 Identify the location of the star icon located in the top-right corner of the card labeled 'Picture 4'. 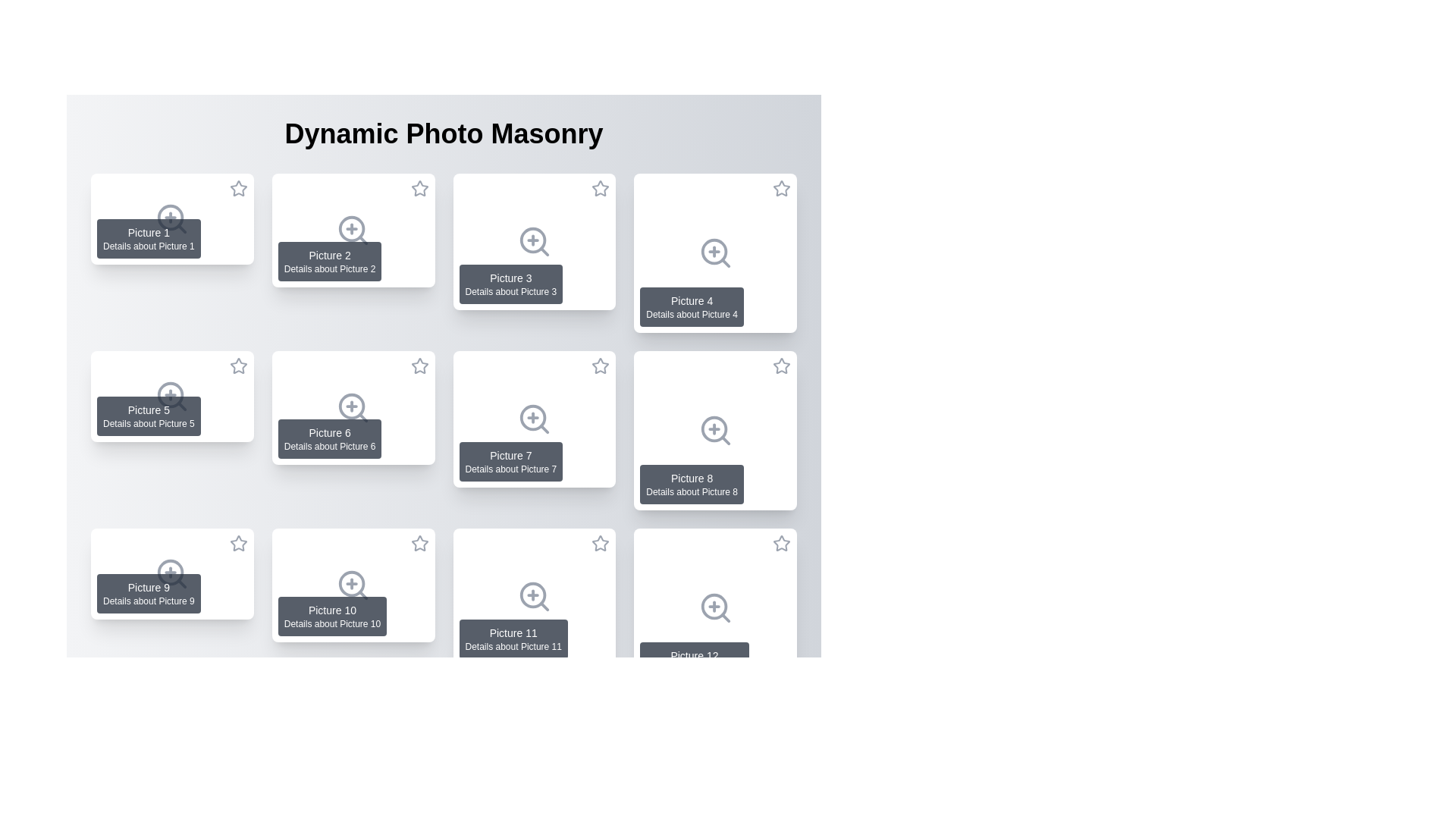
(782, 190).